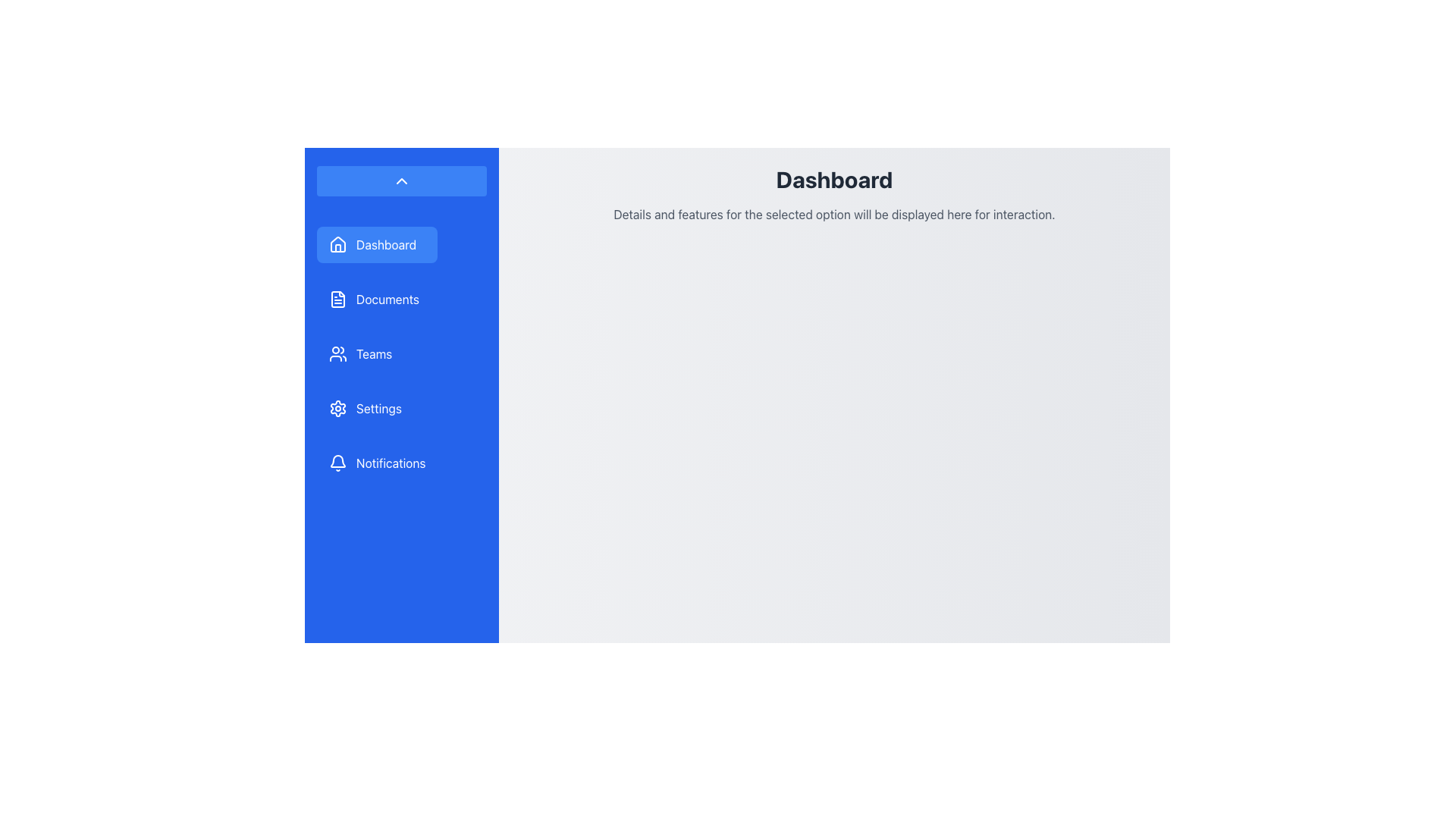  What do you see at coordinates (337, 299) in the screenshot?
I see `the 'Documents' icon in the vertical navigation panel` at bounding box center [337, 299].